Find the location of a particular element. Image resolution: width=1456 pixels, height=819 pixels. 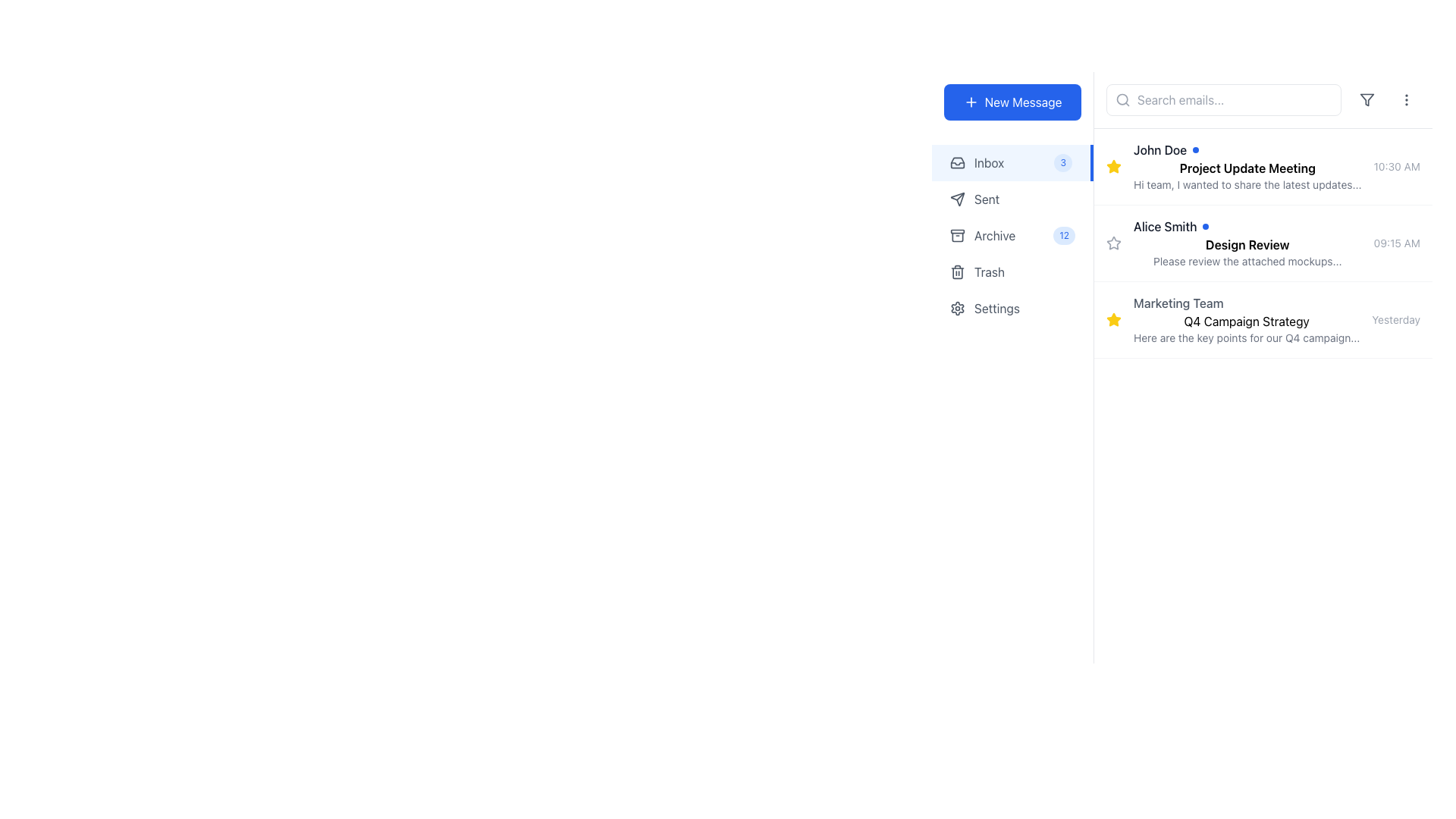

the fourth item in the left sidebar navigation menu, which serves as a button is located at coordinates (1012, 271).